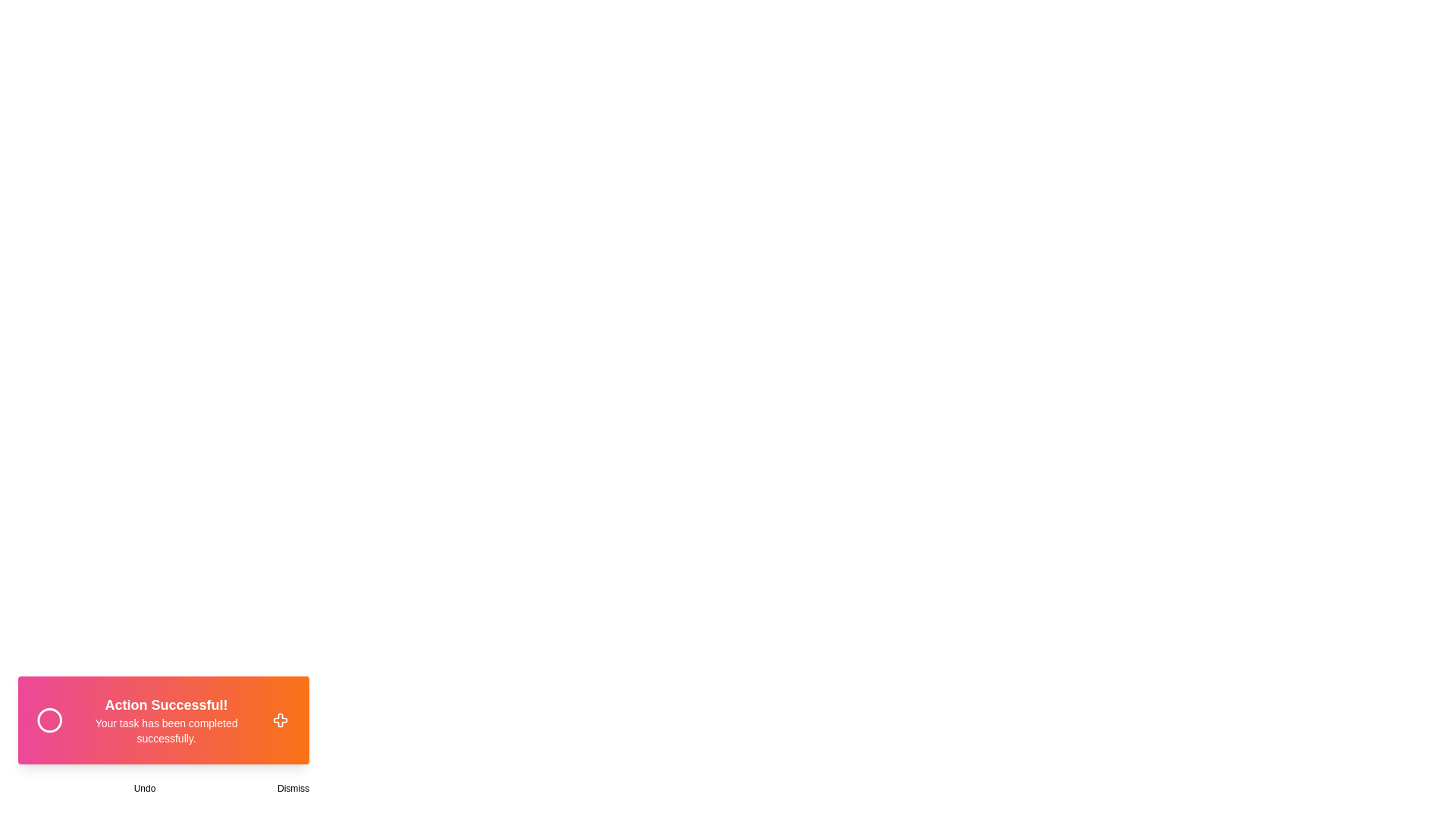 The width and height of the screenshot is (1456, 819). I want to click on the Dismiss button to dismiss the snackbar, so click(293, 788).